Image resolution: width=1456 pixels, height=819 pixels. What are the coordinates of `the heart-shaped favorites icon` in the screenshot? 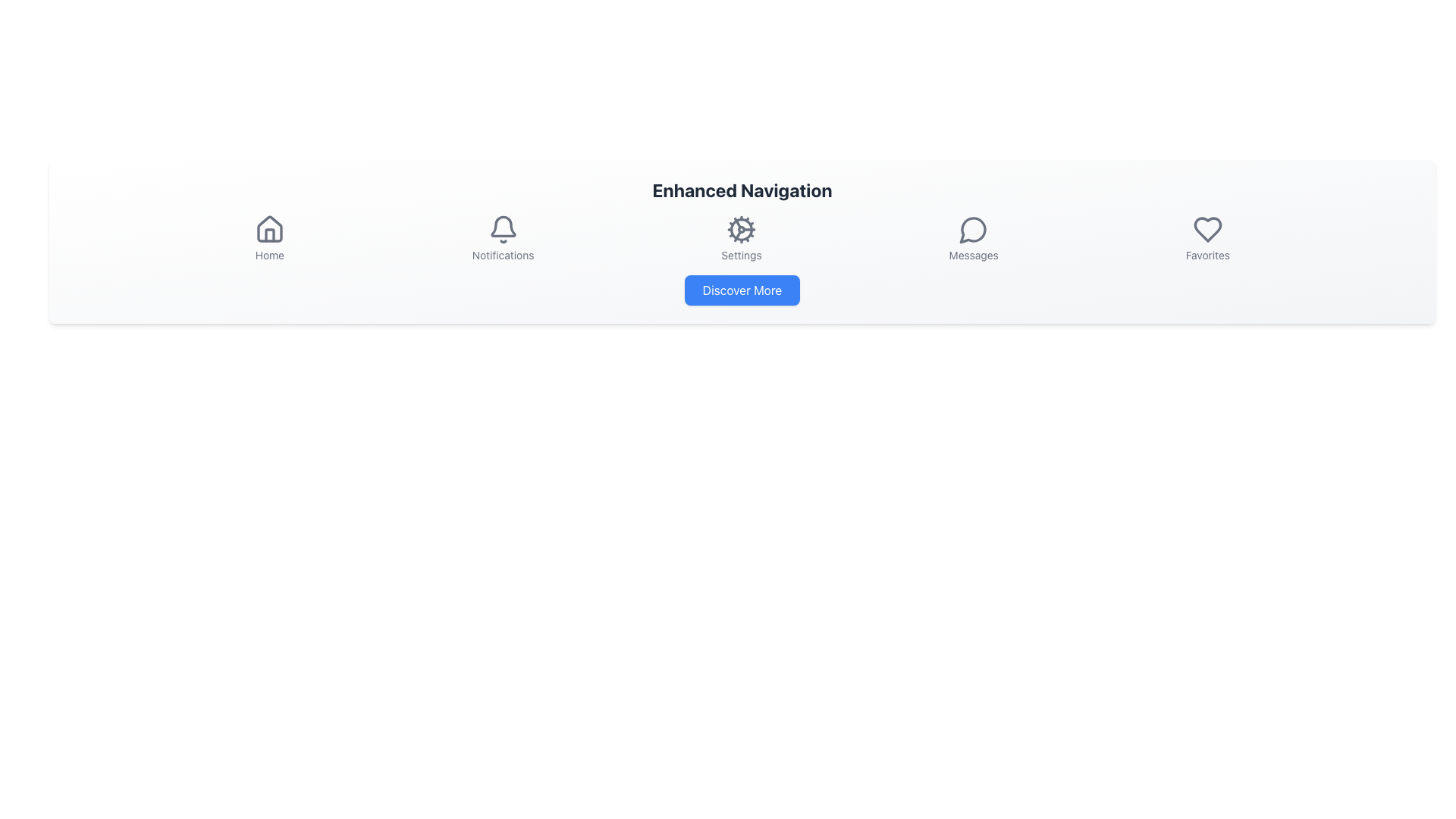 It's located at (1207, 230).